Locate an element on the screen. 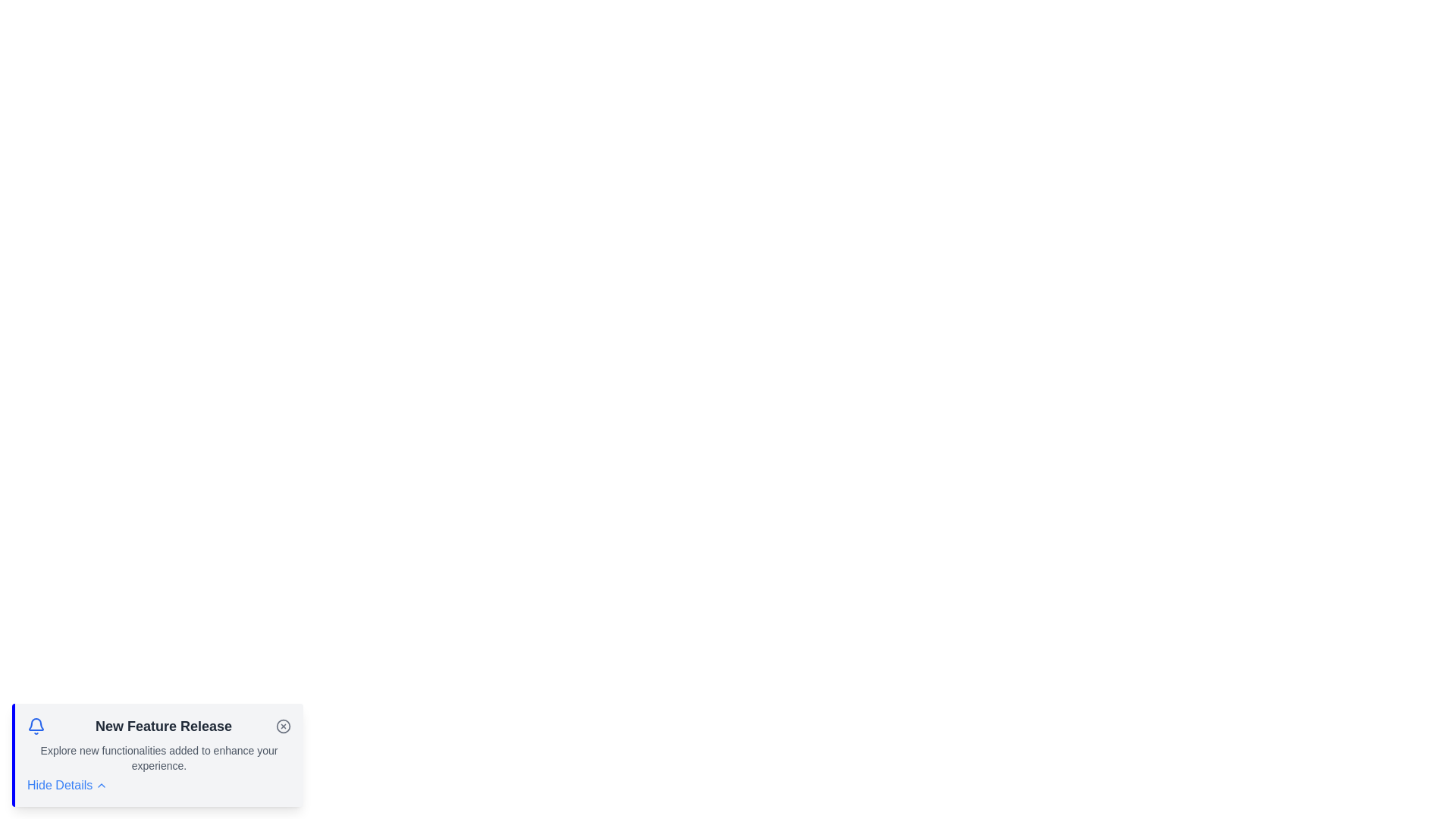 Image resolution: width=1456 pixels, height=819 pixels. the 'Hide Details' button to toggle the notification details is located at coordinates (67, 785).